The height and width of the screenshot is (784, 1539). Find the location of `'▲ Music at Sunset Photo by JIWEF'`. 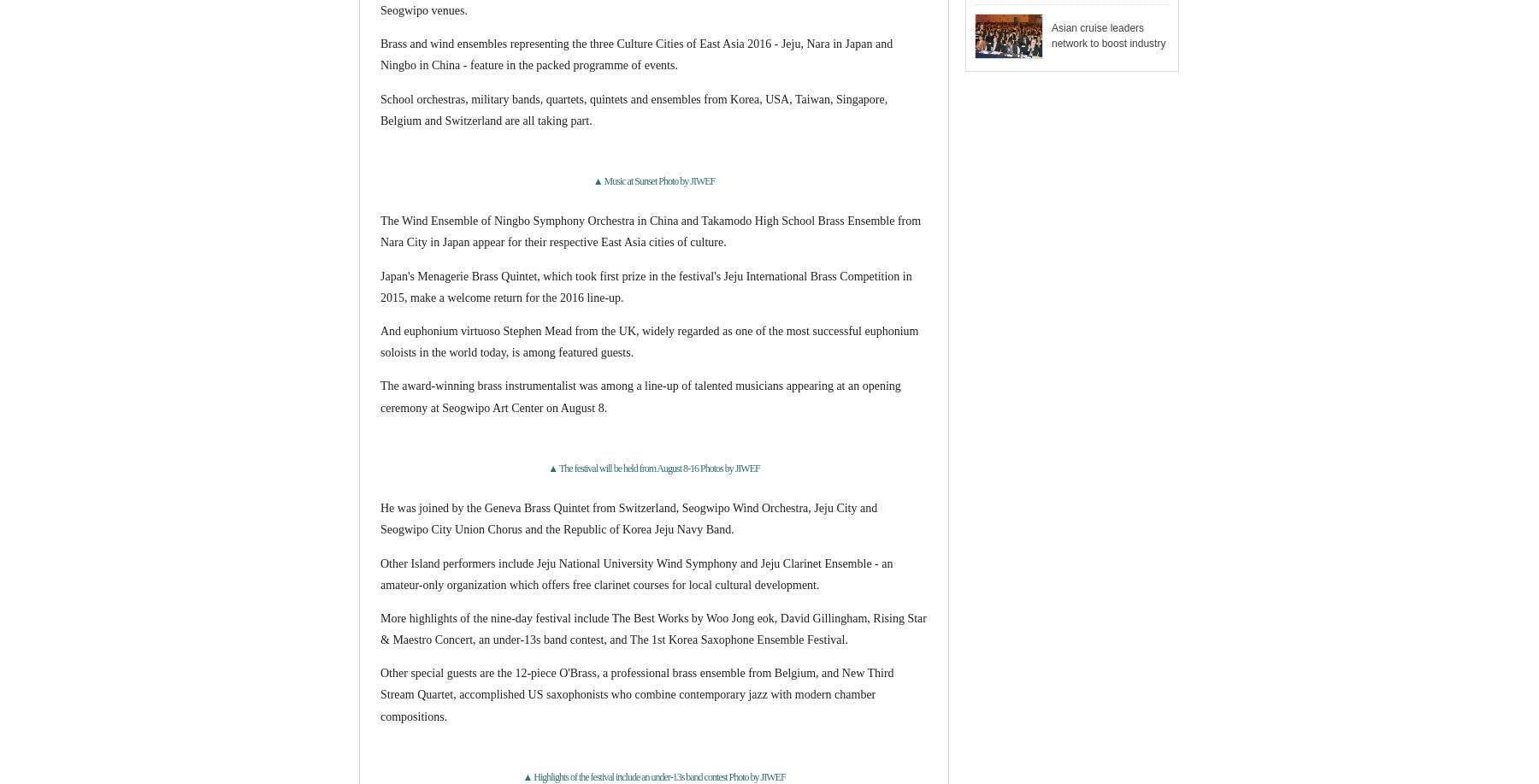

'▲ Music at Sunset Photo by JIWEF' is located at coordinates (652, 180).